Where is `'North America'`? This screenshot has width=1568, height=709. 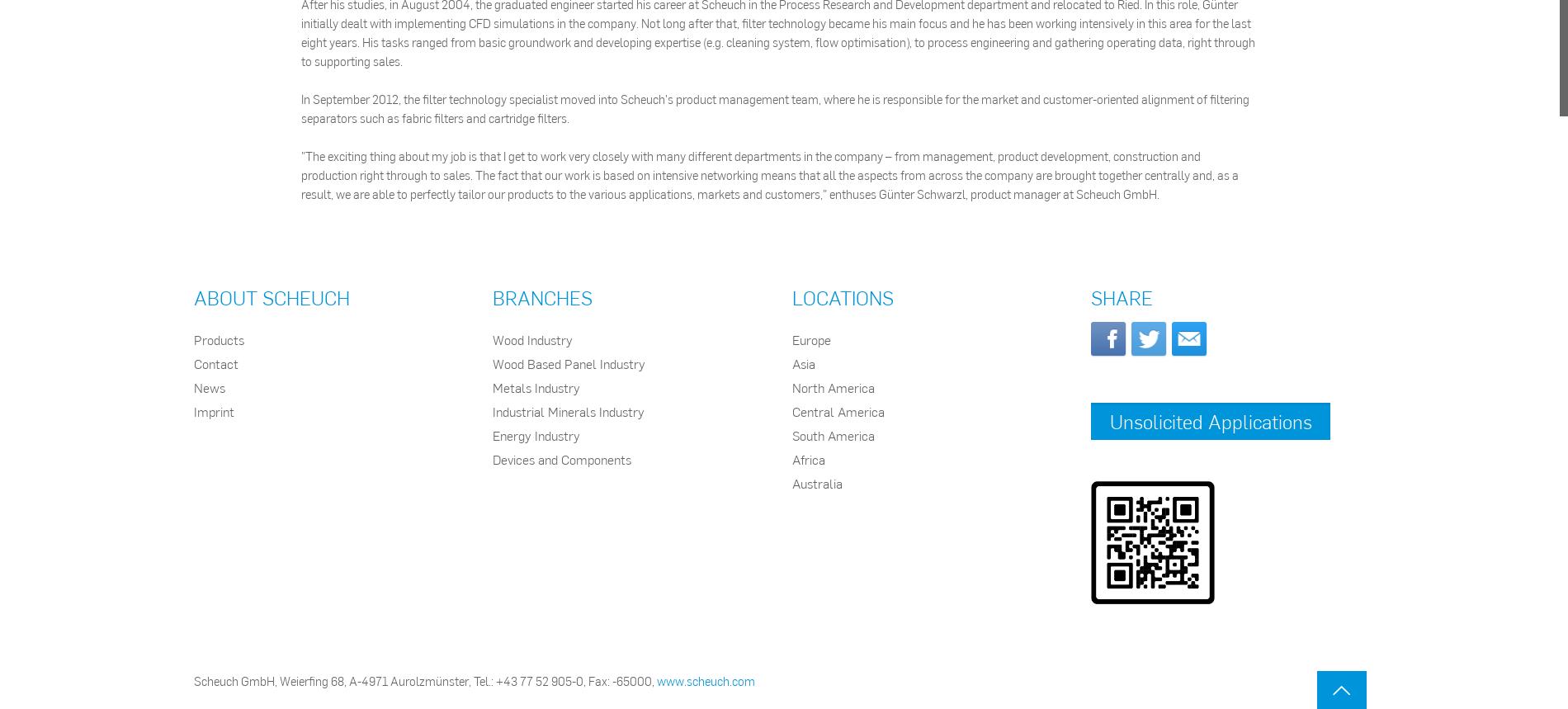 'North America' is located at coordinates (833, 386).